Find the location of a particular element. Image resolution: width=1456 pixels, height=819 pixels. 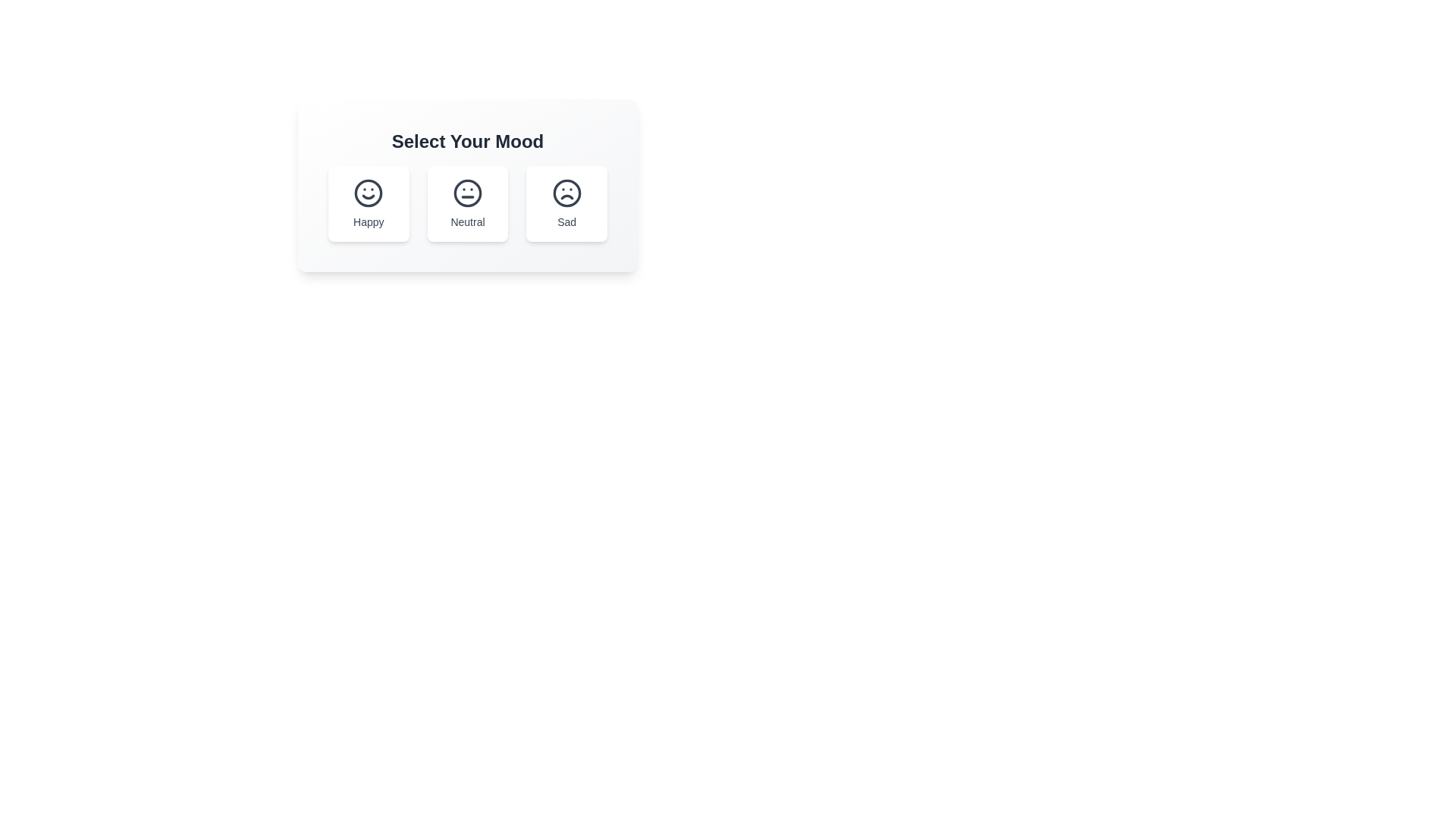

the Sad button to select the corresponding mood is located at coordinates (566, 203).